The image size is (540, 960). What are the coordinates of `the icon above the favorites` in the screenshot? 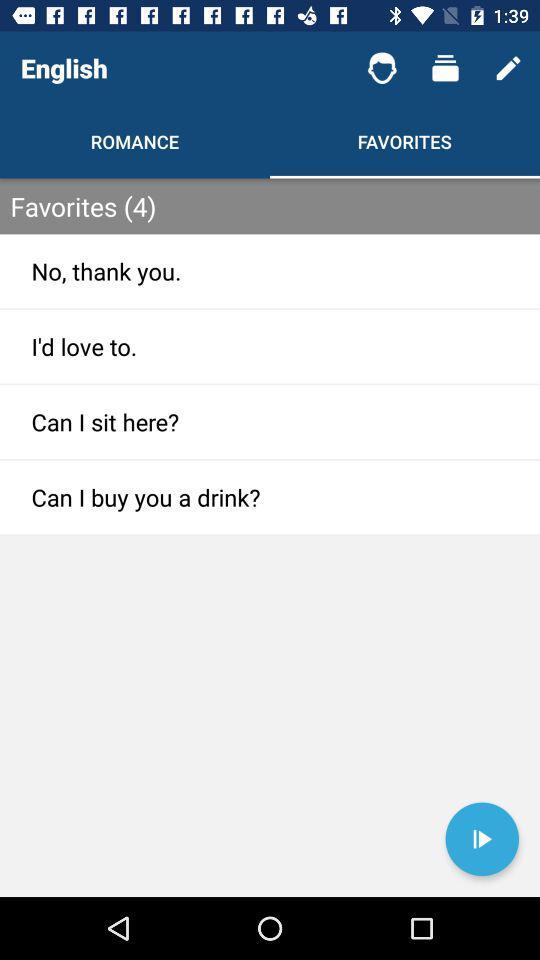 It's located at (445, 68).